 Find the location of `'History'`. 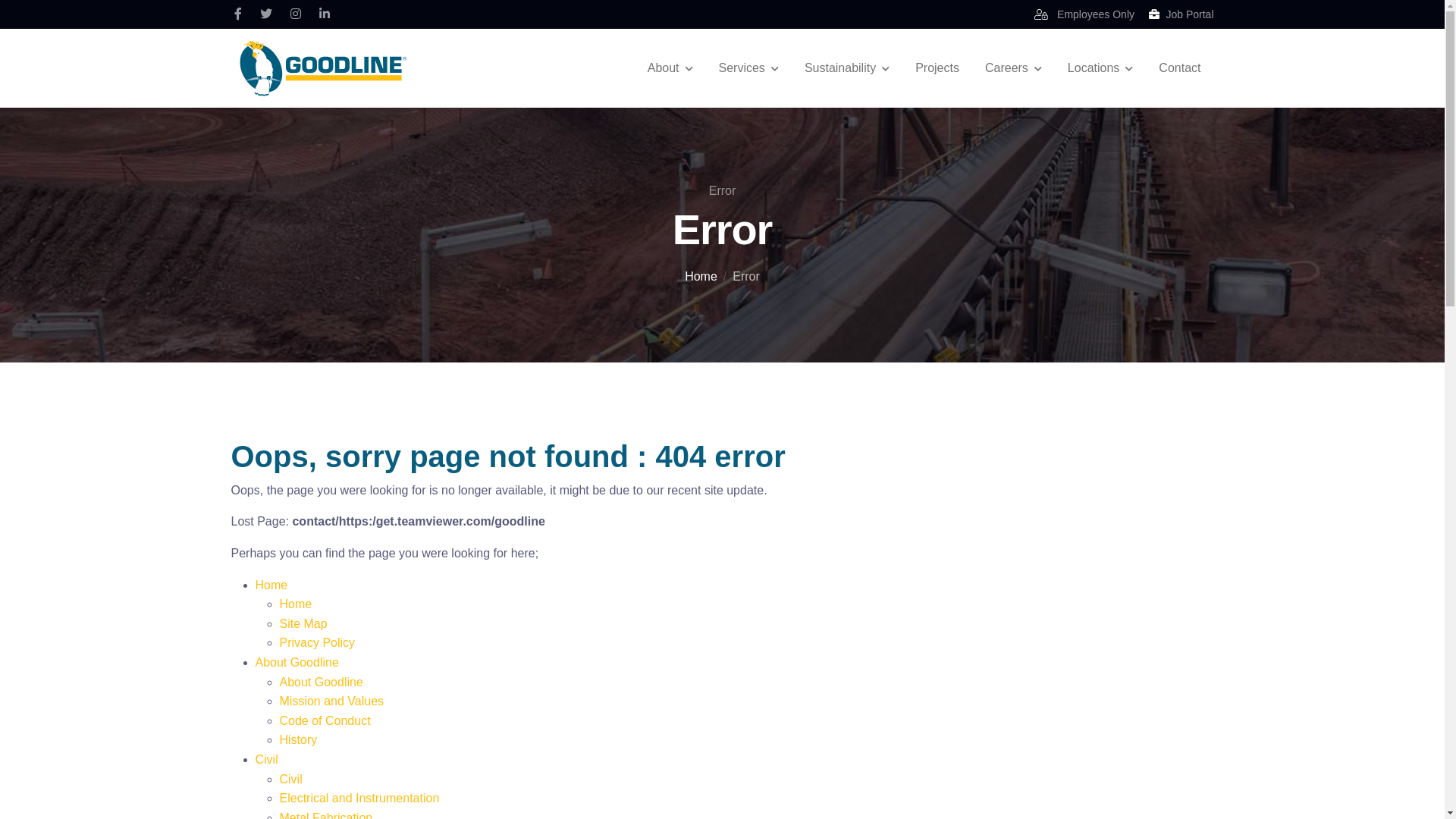

'History' is located at coordinates (298, 739).